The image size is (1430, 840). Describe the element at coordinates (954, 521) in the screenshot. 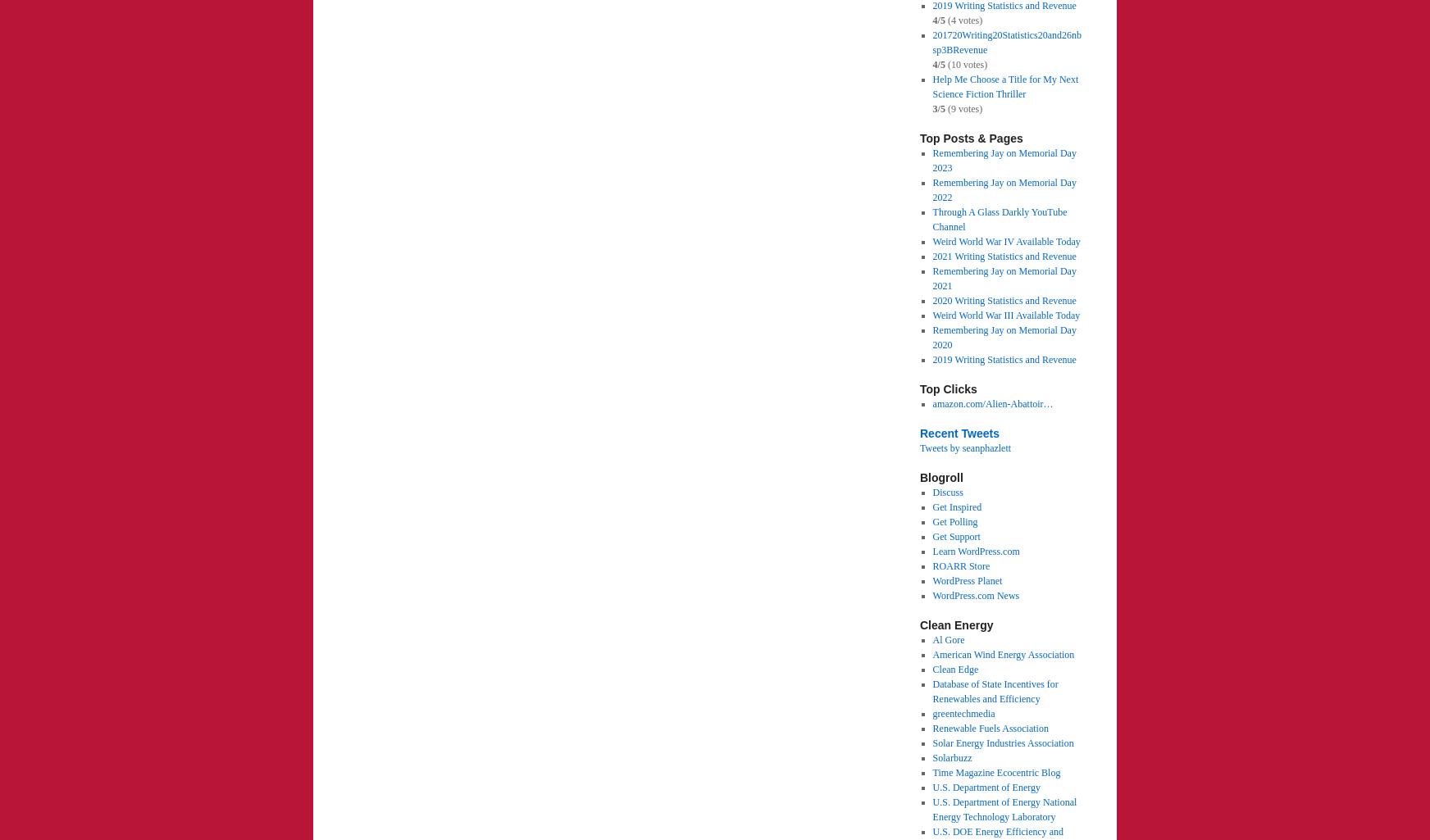

I see `'Get Polling'` at that location.